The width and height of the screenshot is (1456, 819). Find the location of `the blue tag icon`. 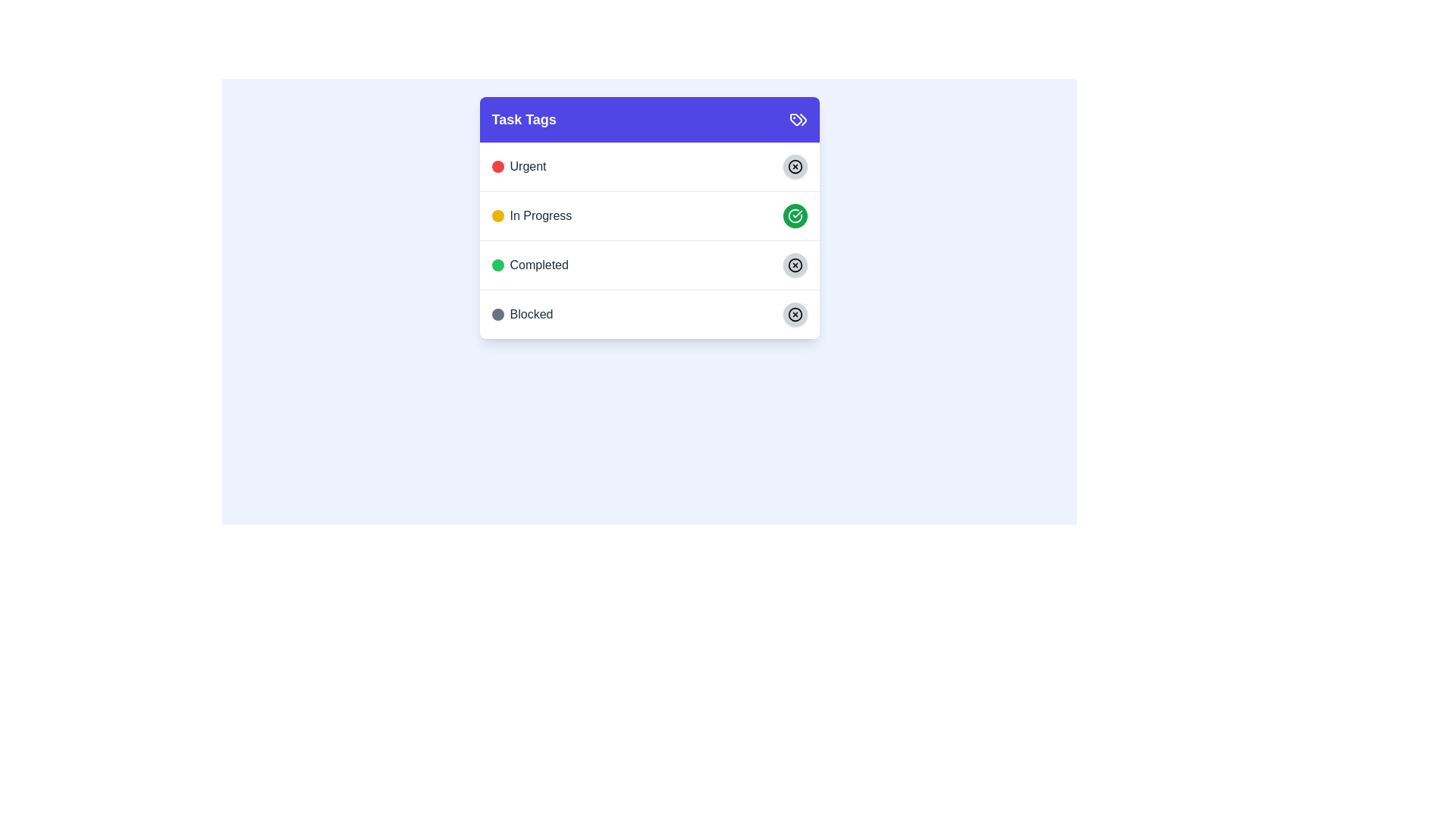

the blue tag icon is located at coordinates (795, 119).